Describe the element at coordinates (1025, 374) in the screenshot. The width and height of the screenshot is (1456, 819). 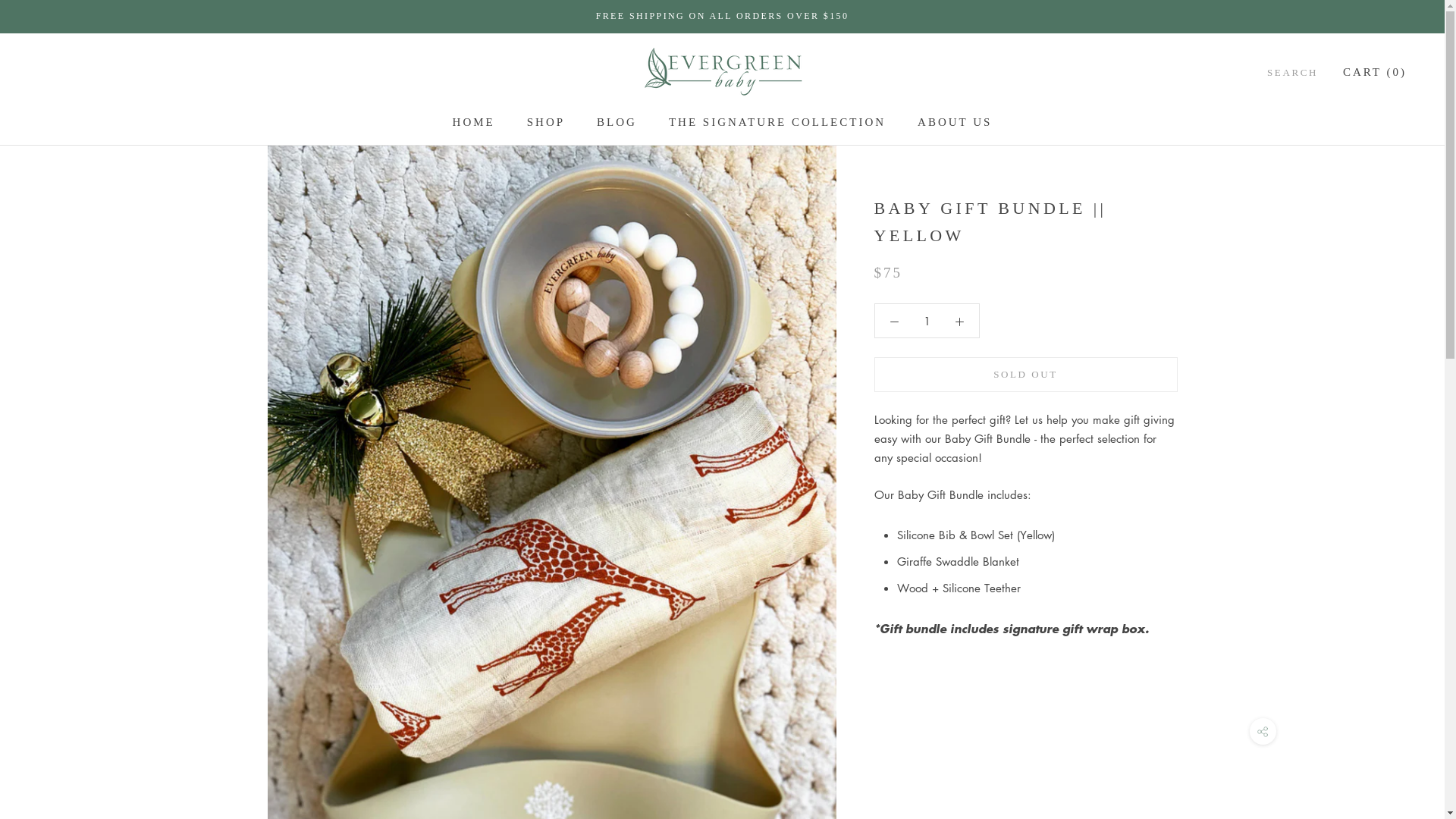
I see `'SOLD OUT'` at that location.